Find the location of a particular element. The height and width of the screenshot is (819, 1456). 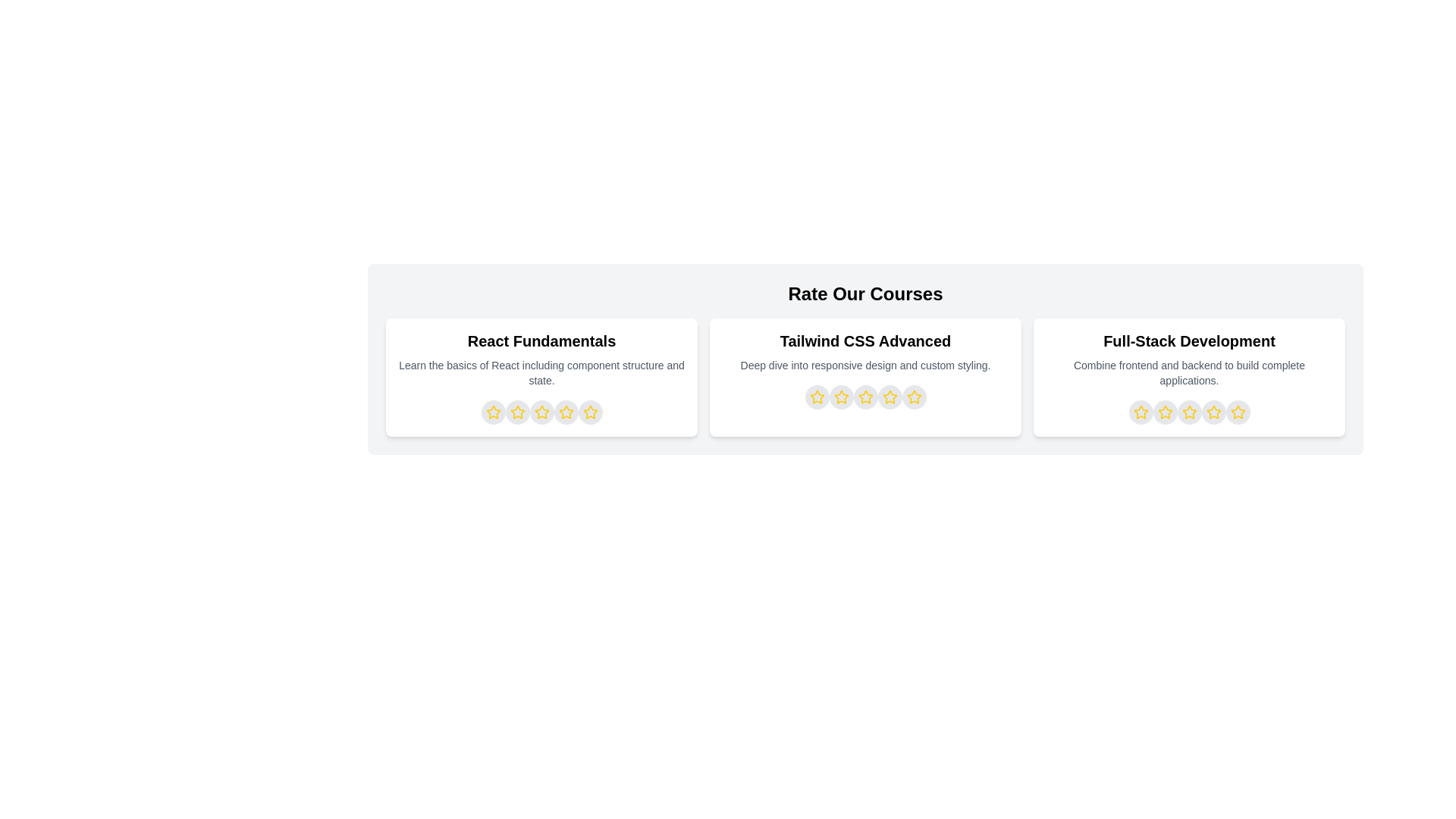

the star representing 4 stars for the course titled Full-Stack Development is located at coordinates (1213, 412).